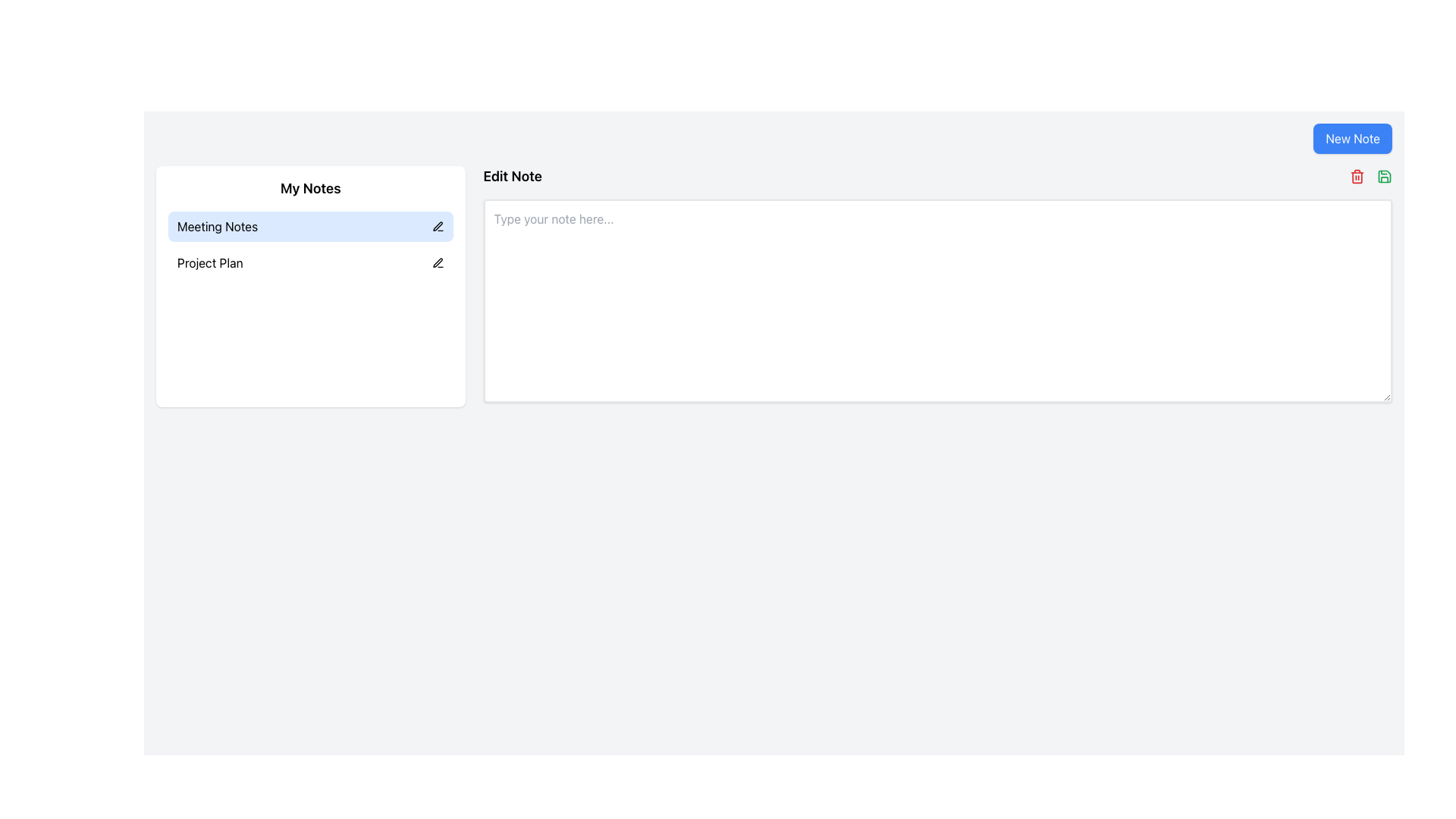 The height and width of the screenshot is (819, 1456). Describe the element at coordinates (1357, 175) in the screenshot. I see `the red trash can icon in the top-right section of the 'Edit Note' area` at that location.